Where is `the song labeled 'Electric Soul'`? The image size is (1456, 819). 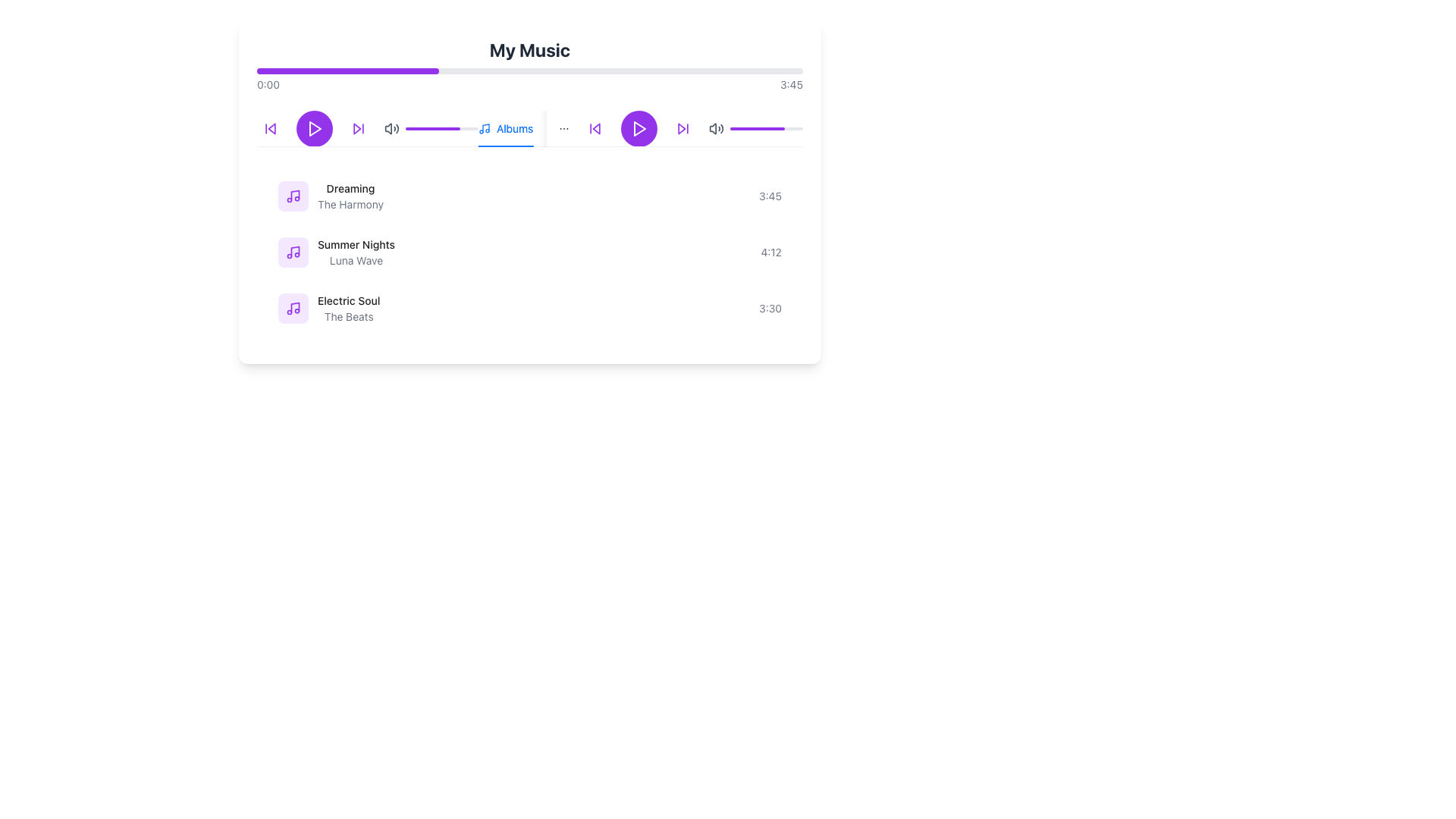 the song labeled 'Electric Soul' is located at coordinates (348, 301).